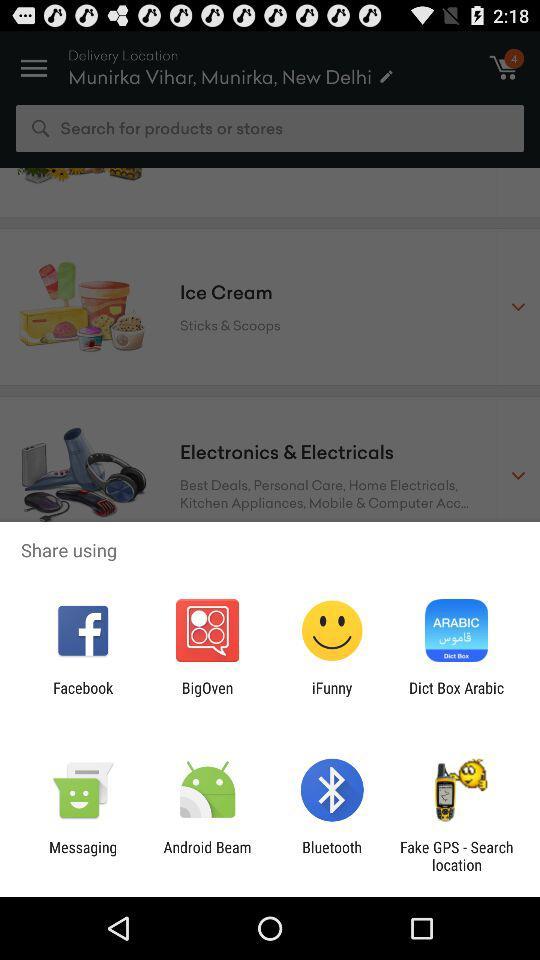 This screenshot has width=540, height=960. What do you see at coordinates (332, 855) in the screenshot?
I see `icon to the right of android beam icon` at bounding box center [332, 855].